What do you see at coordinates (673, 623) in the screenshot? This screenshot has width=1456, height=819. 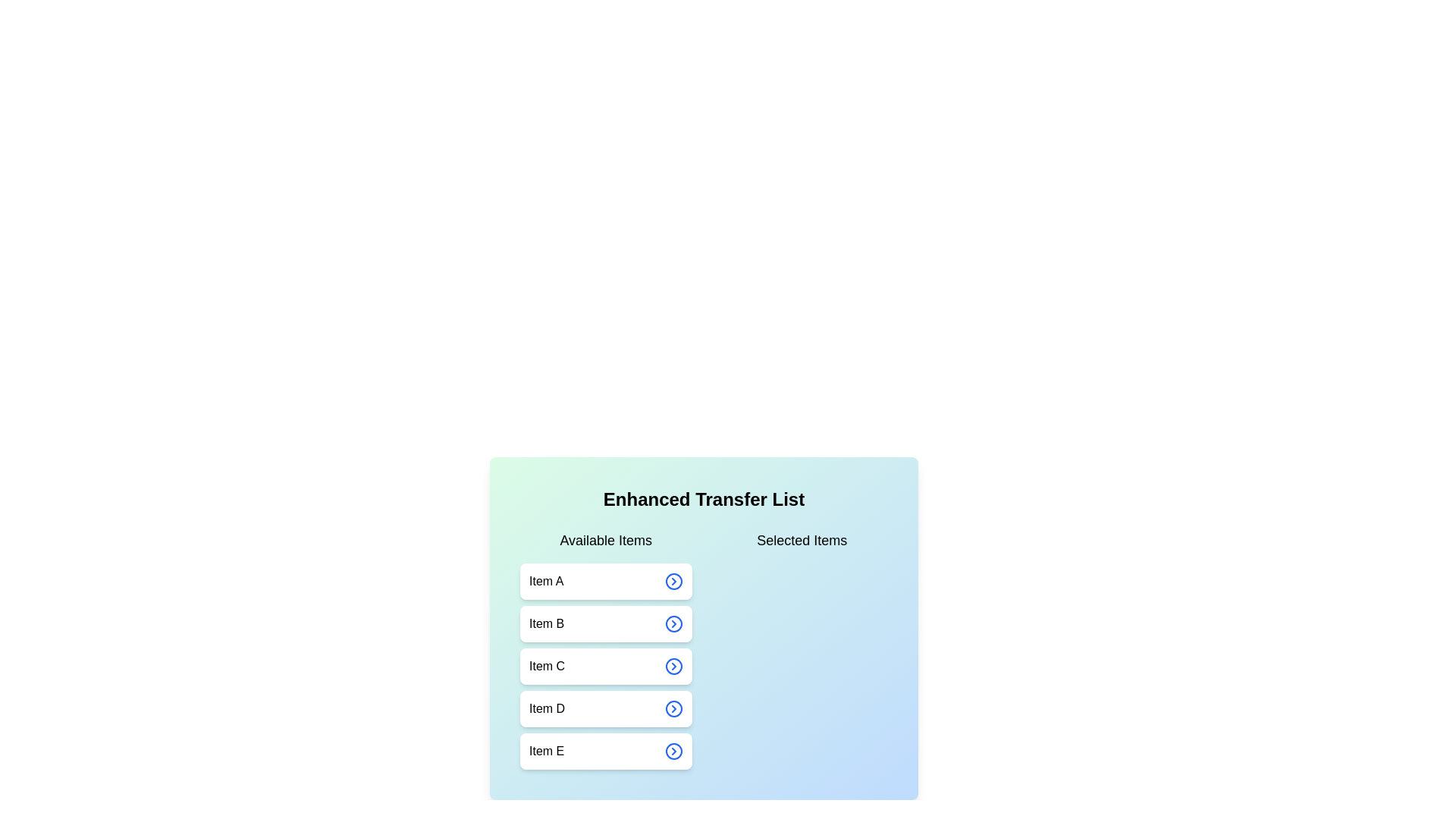 I see `arrow button next to Item B in the available list to transfer it to the selected list` at bounding box center [673, 623].